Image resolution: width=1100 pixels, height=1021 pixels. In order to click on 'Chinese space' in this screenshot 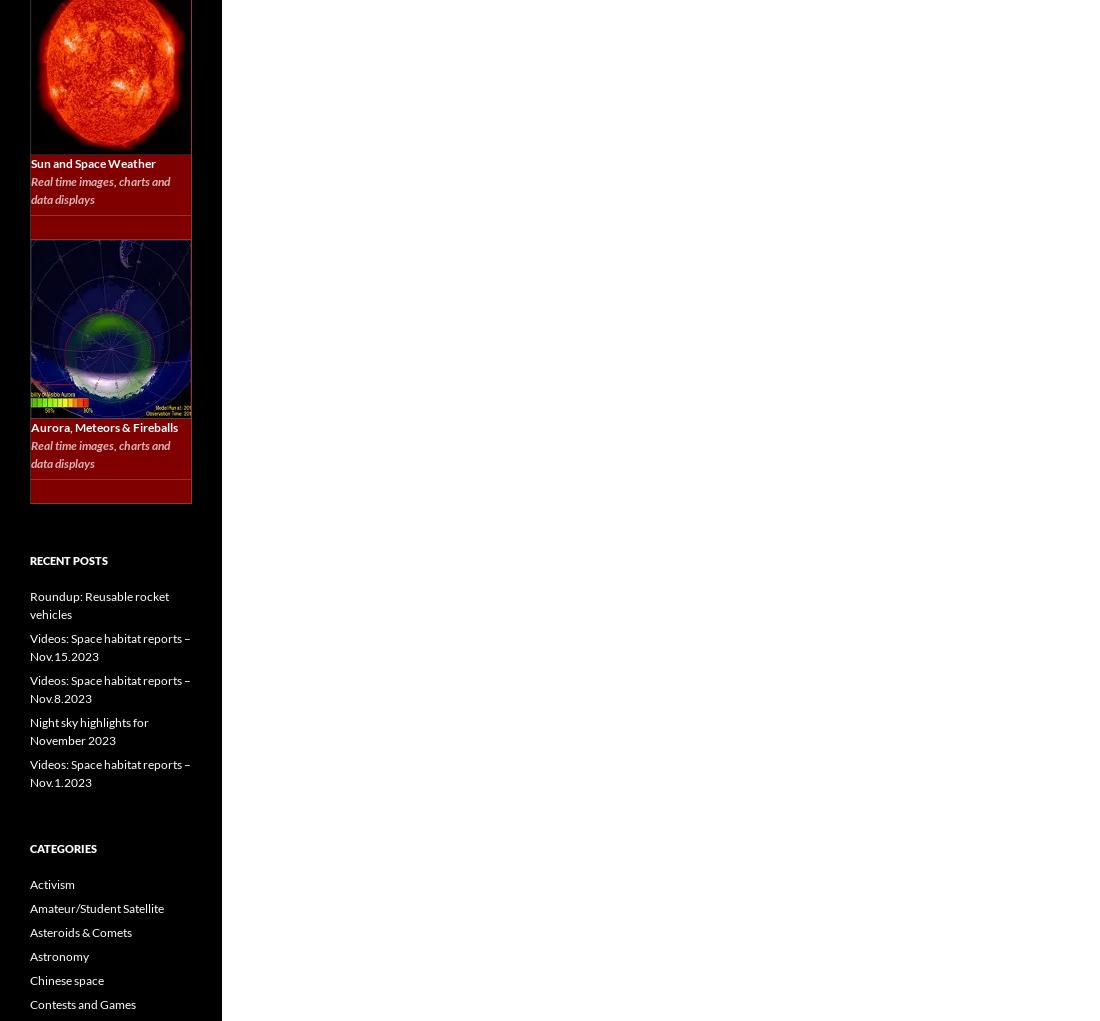, I will do `click(65, 979)`.